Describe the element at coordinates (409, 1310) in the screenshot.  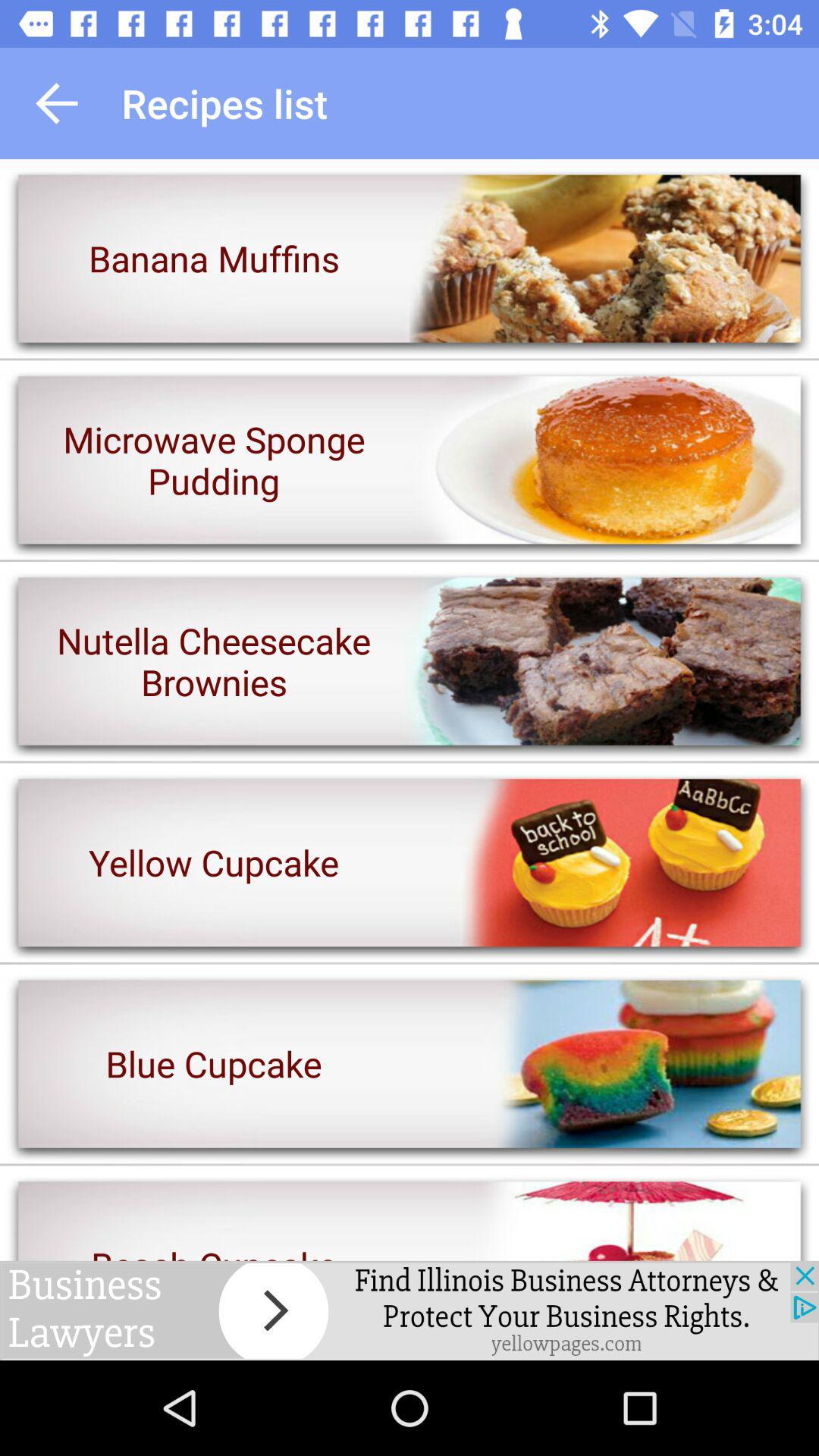
I see `adverts` at that location.